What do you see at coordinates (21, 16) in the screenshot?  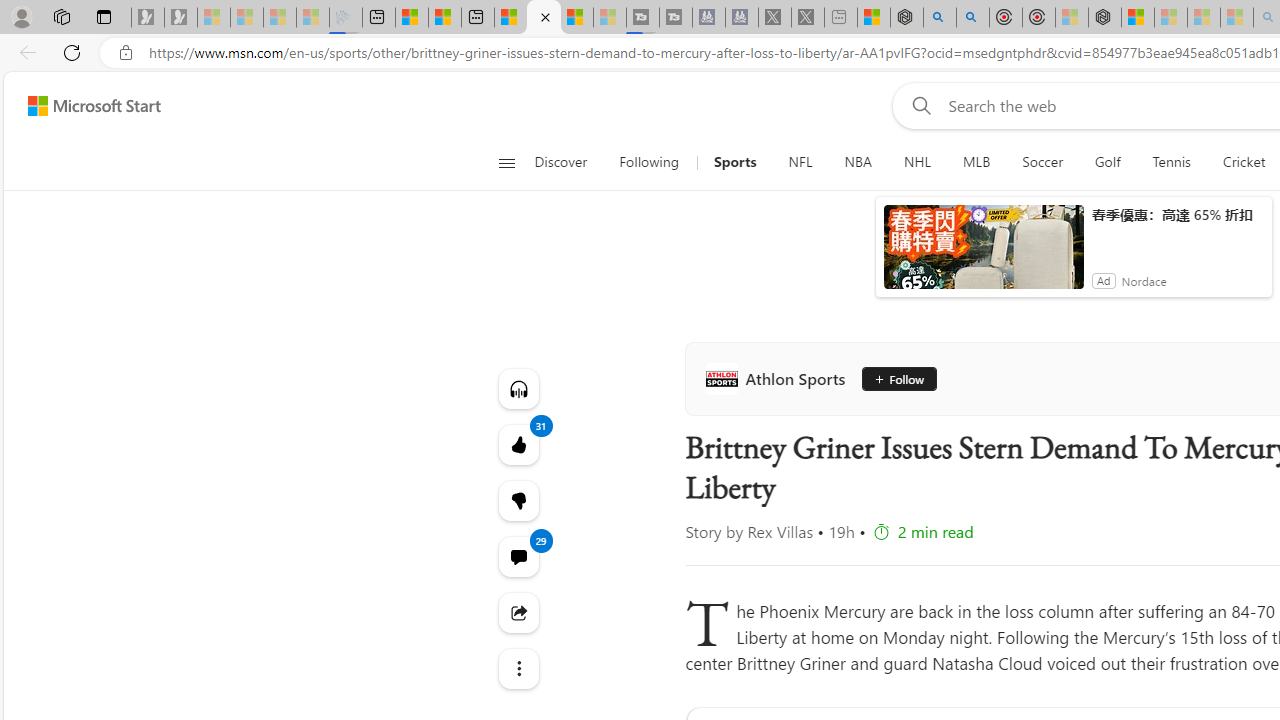 I see `'Personal Profile'` at bounding box center [21, 16].